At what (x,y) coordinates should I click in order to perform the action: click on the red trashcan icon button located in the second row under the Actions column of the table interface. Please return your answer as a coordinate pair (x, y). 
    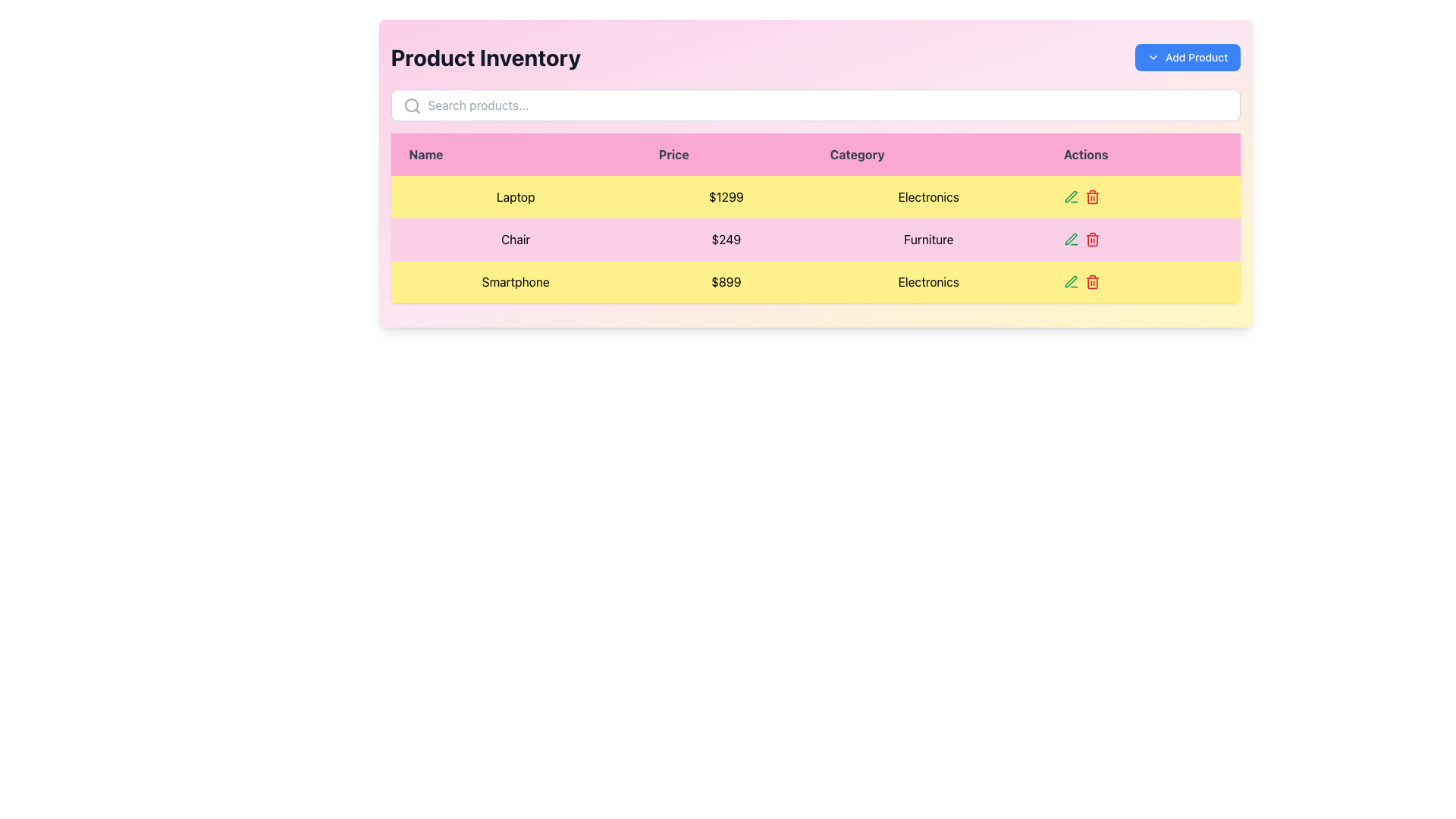
    Looking at the image, I should click on (1092, 239).